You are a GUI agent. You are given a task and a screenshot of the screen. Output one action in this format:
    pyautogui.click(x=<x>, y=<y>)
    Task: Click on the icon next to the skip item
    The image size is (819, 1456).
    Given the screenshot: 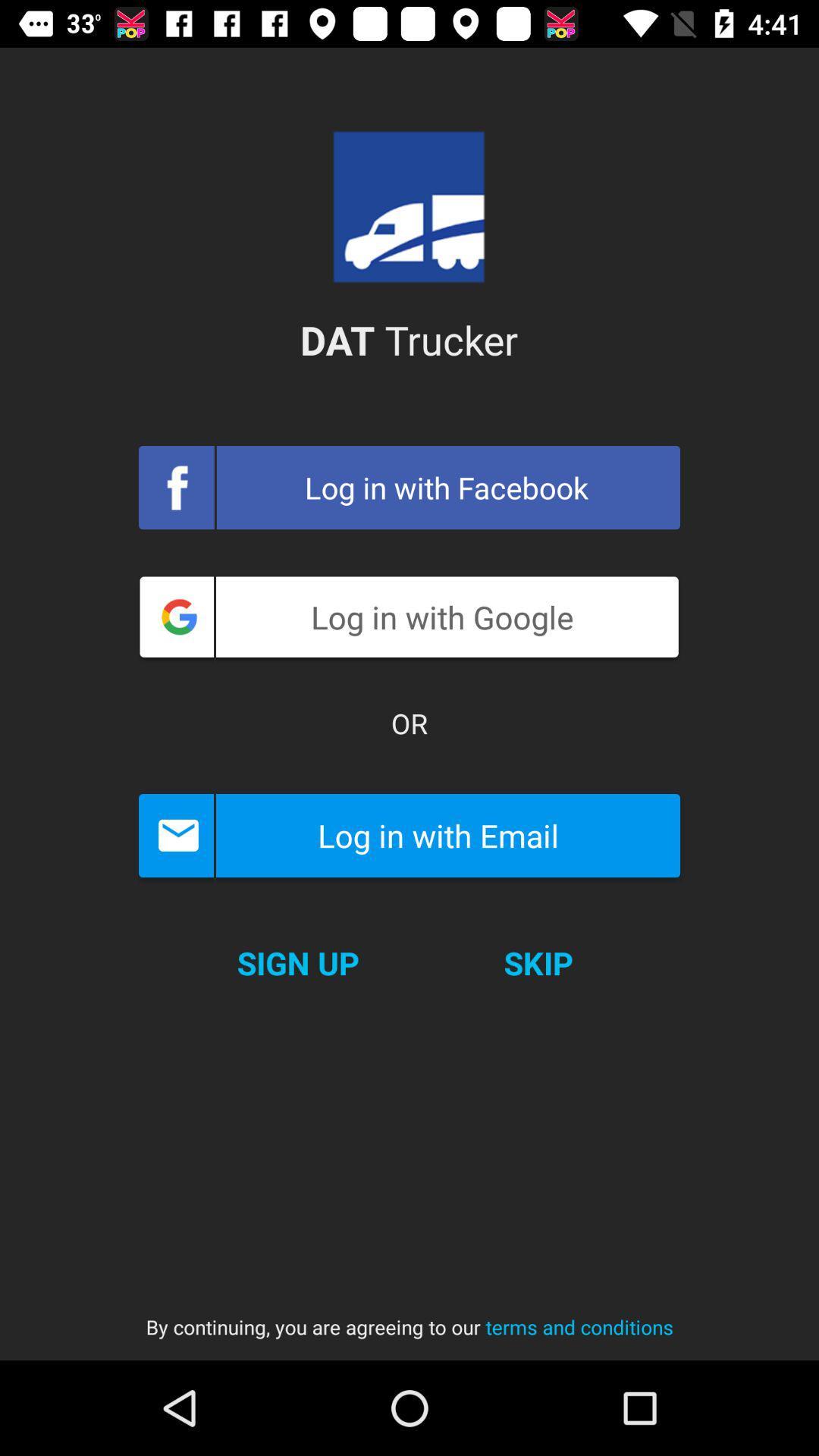 What is the action you would take?
    pyautogui.click(x=298, y=962)
    